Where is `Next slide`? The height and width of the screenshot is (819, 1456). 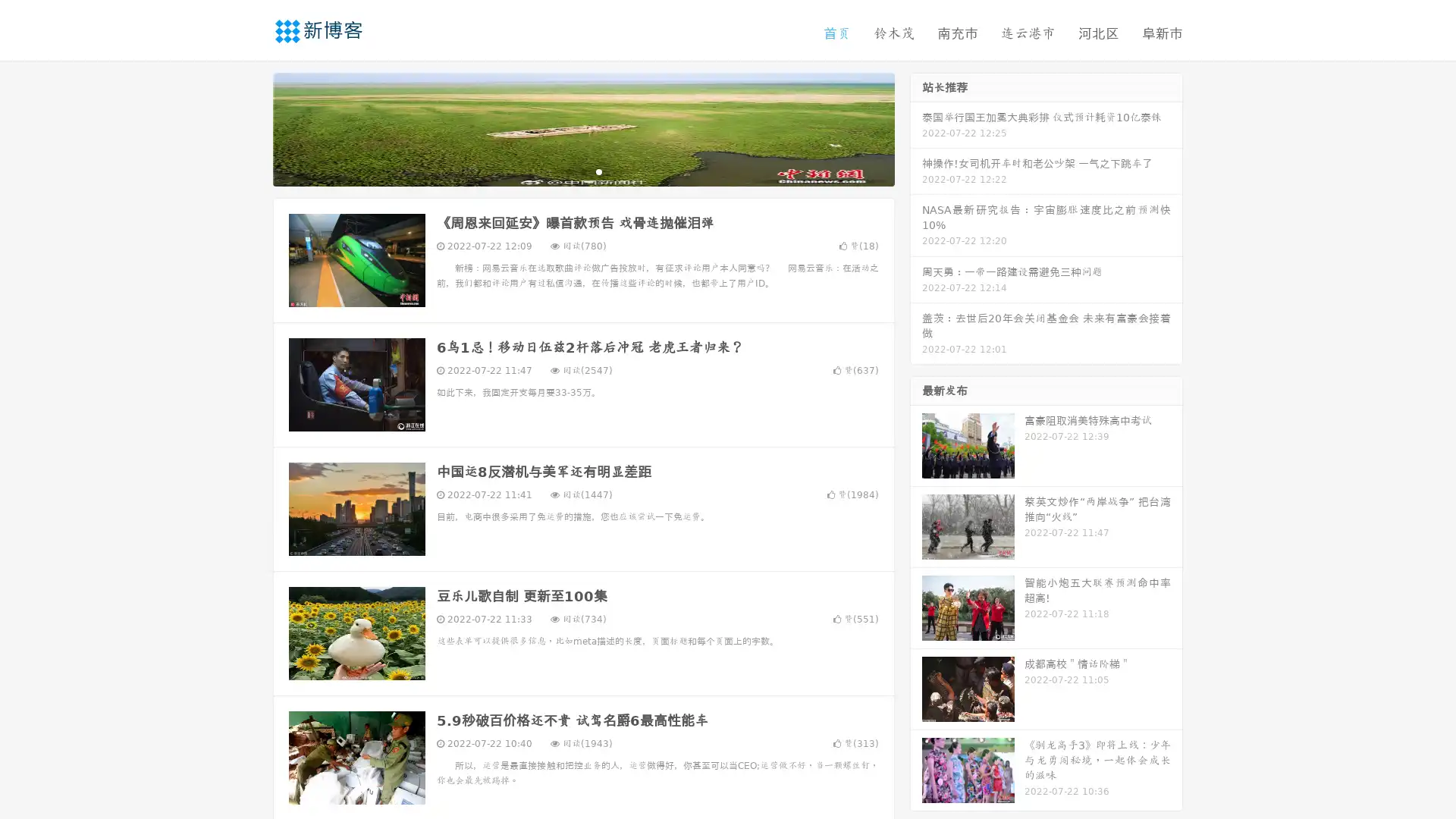 Next slide is located at coordinates (916, 127).